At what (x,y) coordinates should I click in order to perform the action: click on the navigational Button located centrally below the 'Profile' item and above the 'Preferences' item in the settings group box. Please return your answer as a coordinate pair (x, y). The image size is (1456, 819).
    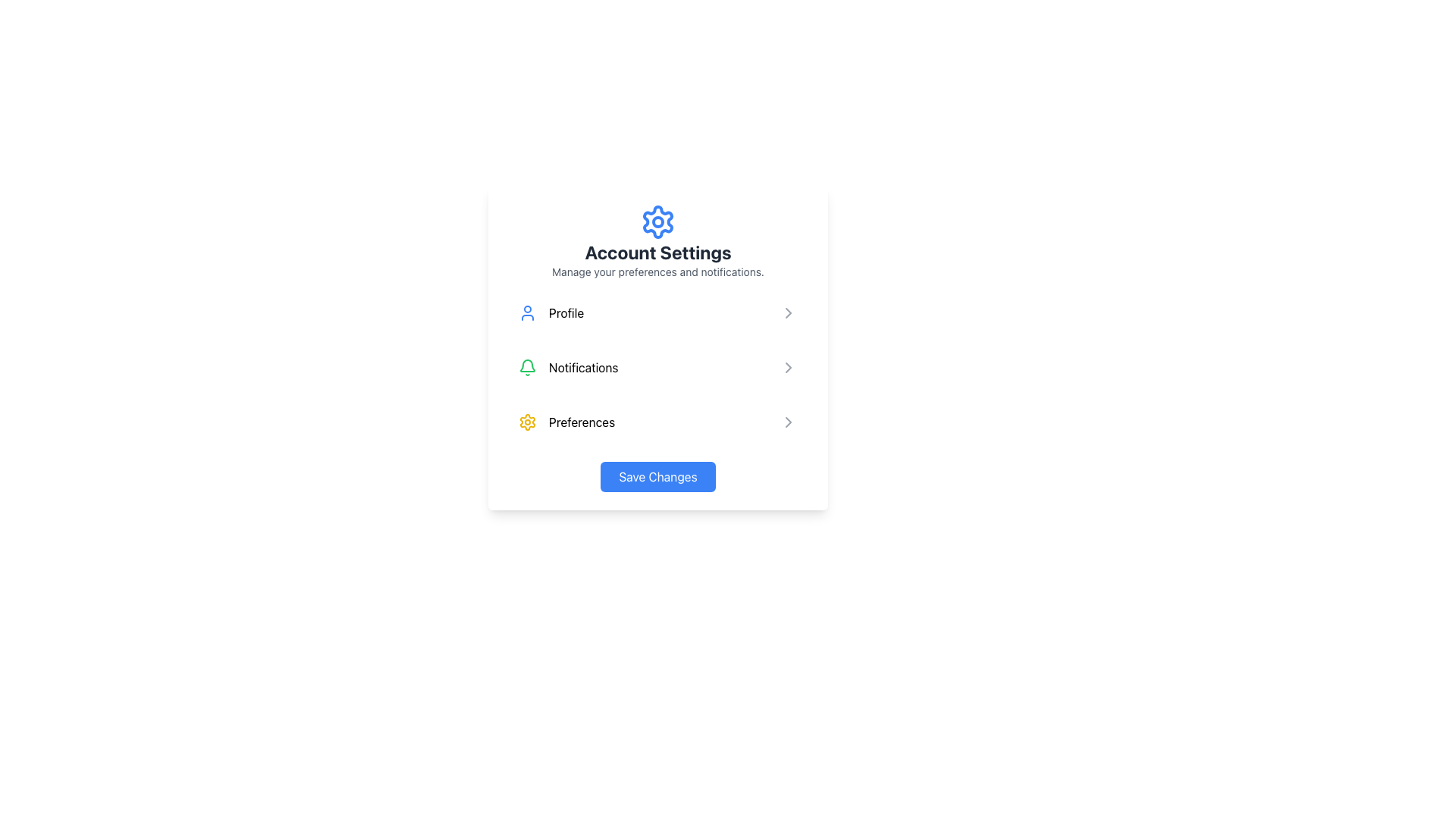
    Looking at the image, I should click on (658, 368).